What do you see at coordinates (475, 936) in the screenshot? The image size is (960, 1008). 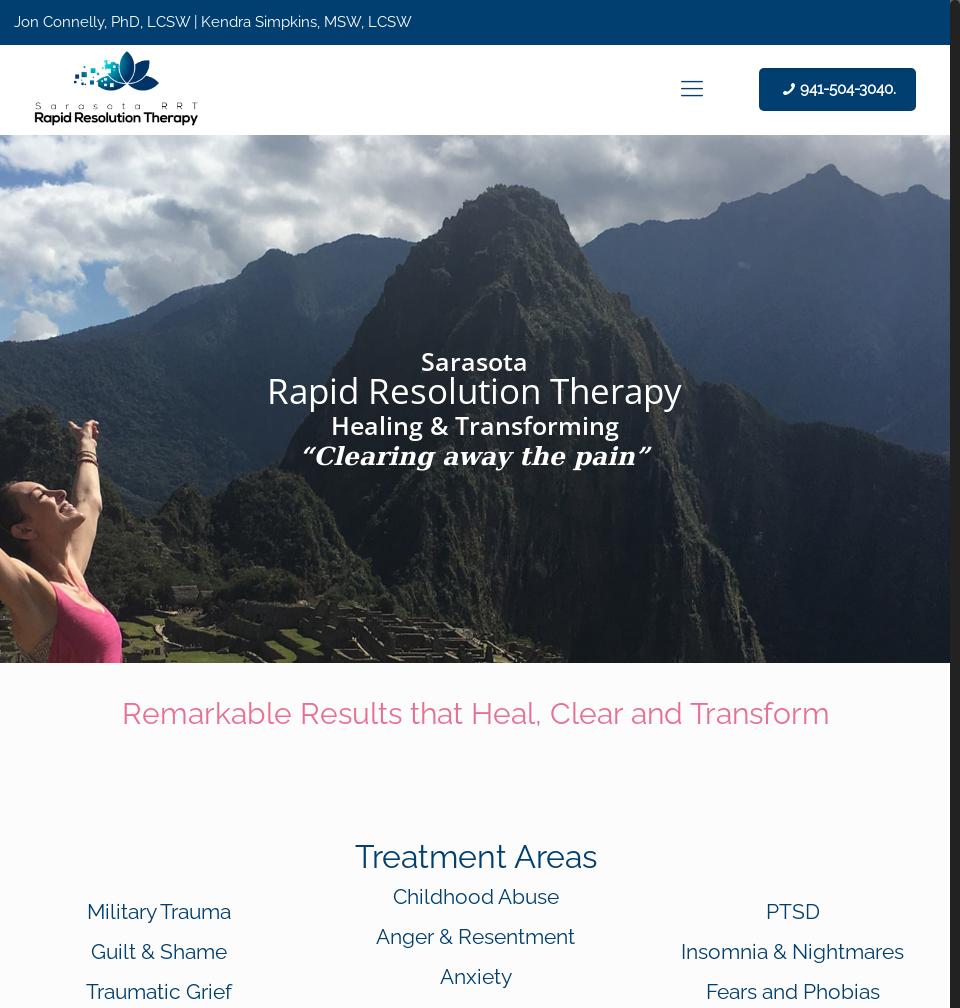 I see `'Anger & Resentment'` at bounding box center [475, 936].